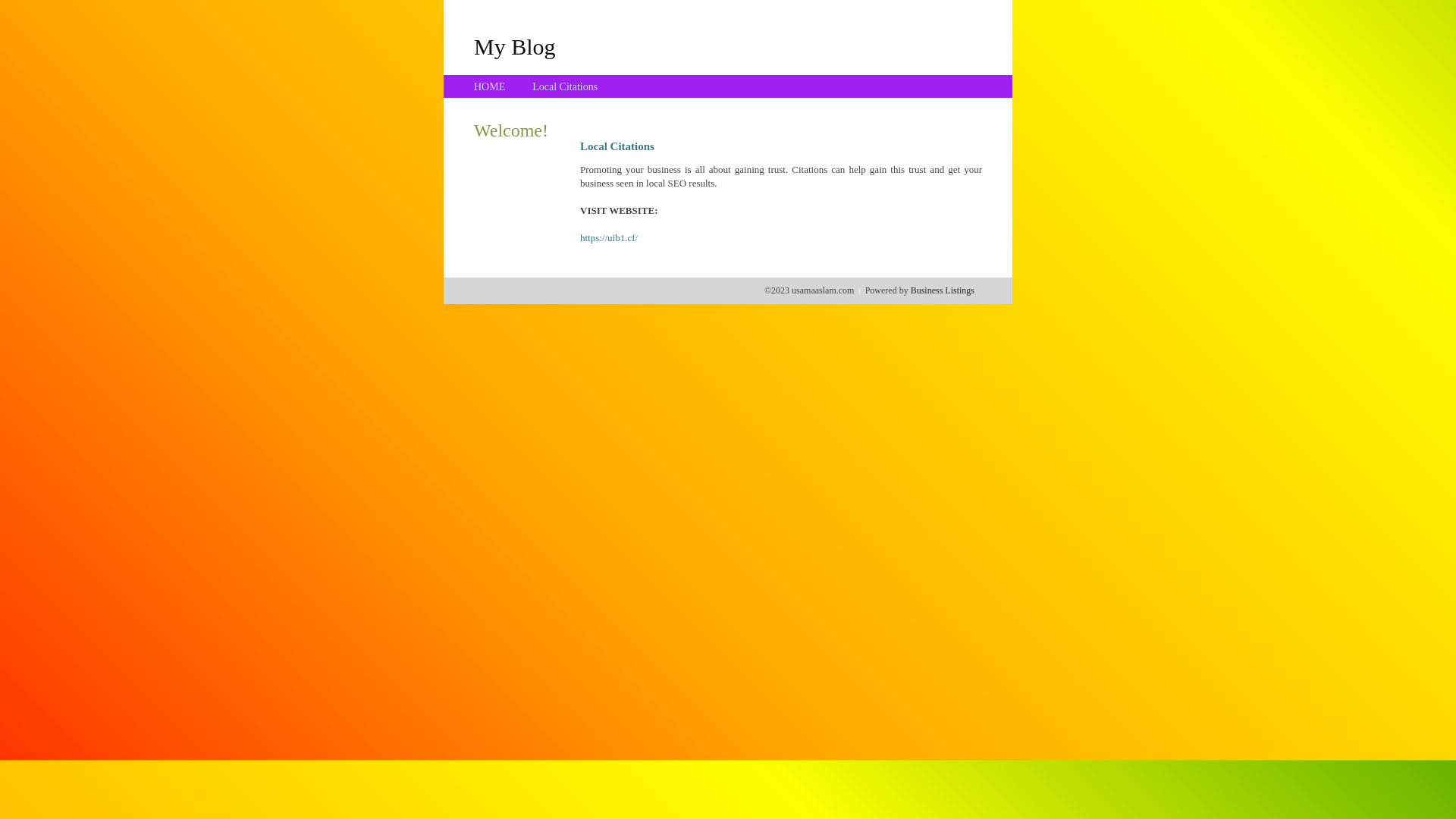 The height and width of the screenshot is (819, 1456). Describe the element at coordinates (579, 237) in the screenshot. I see `'https://uib1.cf/'` at that location.